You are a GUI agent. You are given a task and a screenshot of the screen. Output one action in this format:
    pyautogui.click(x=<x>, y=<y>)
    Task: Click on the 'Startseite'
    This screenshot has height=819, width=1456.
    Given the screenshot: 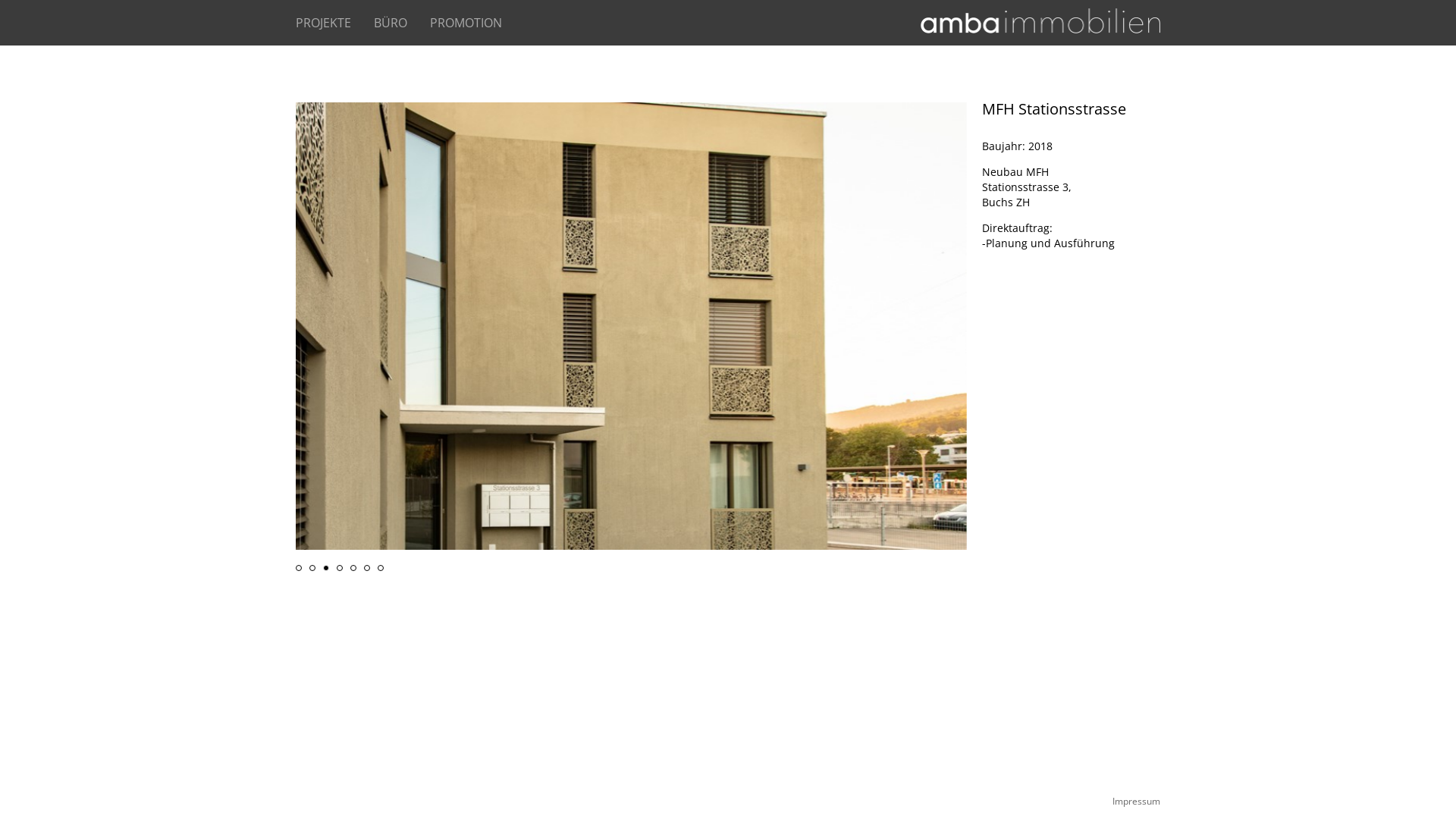 What is the action you would take?
    pyautogui.click(x=1040, y=23)
    